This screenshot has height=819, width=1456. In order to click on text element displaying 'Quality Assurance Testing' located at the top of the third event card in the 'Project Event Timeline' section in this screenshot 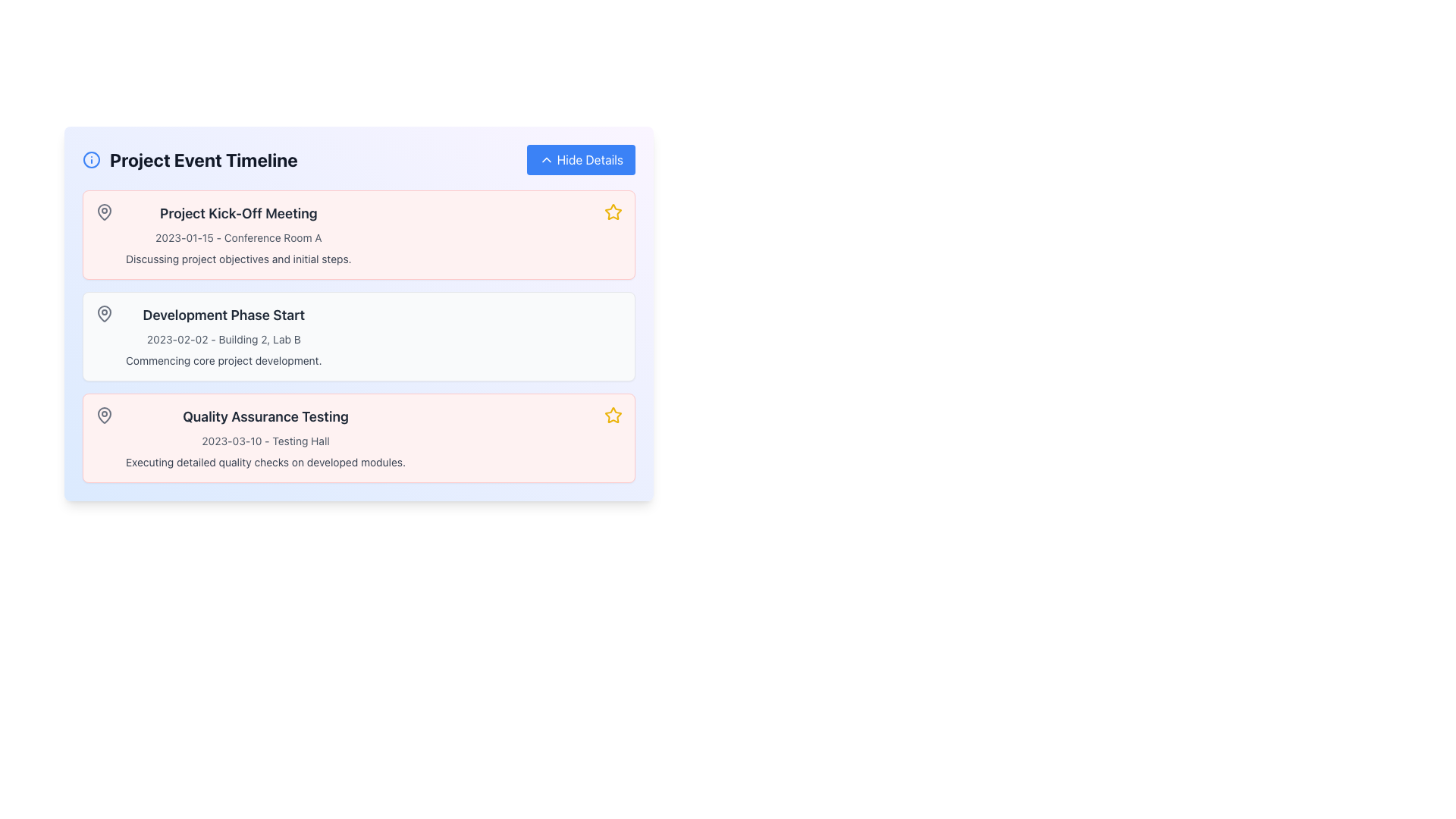, I will do `click(265, 417)`.